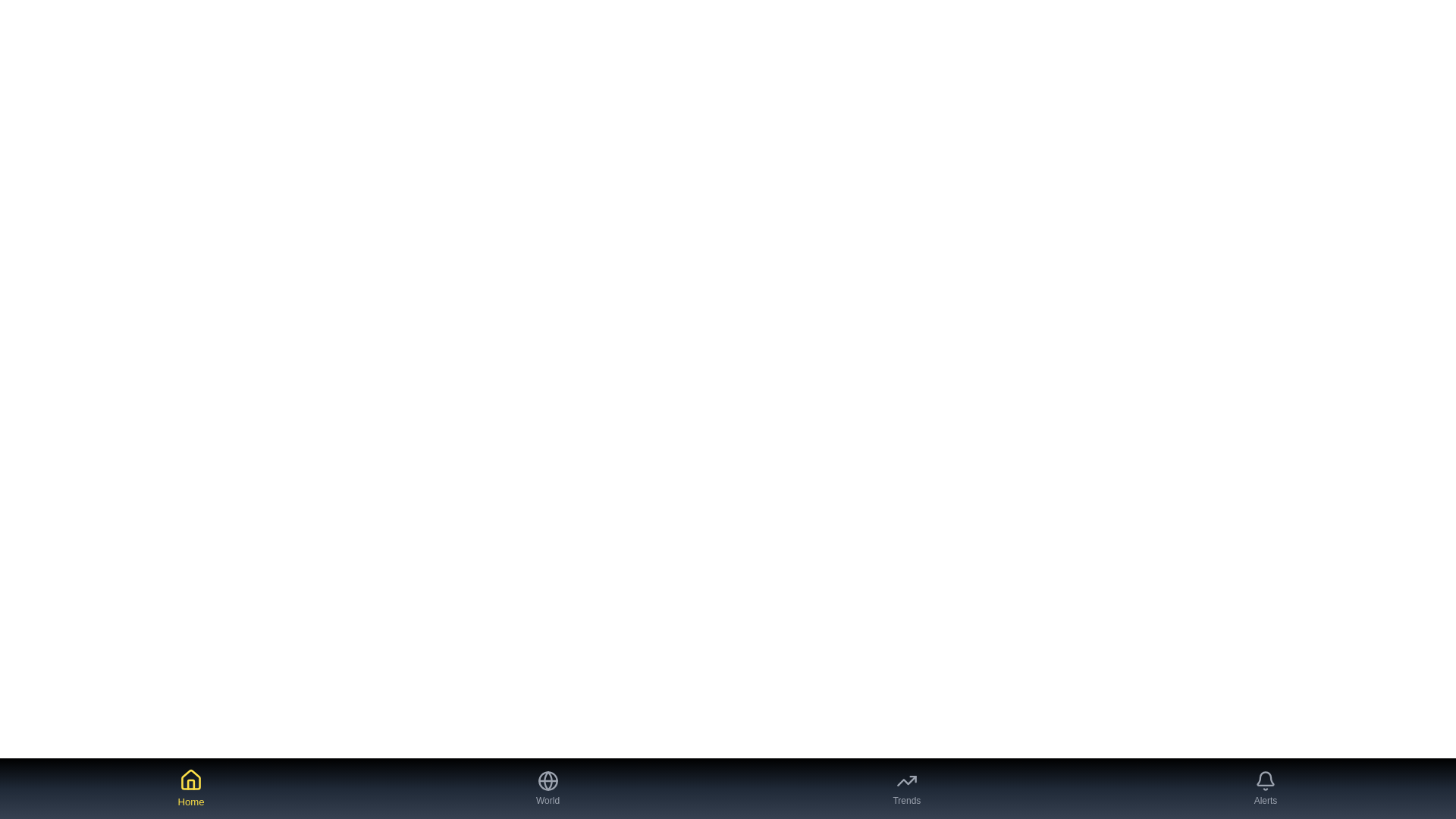  What do you see at coordinates (906, 788) in the screenshot?
I see `the Trends tab to inspect its visual feedback` at bounding box center [906, 788].